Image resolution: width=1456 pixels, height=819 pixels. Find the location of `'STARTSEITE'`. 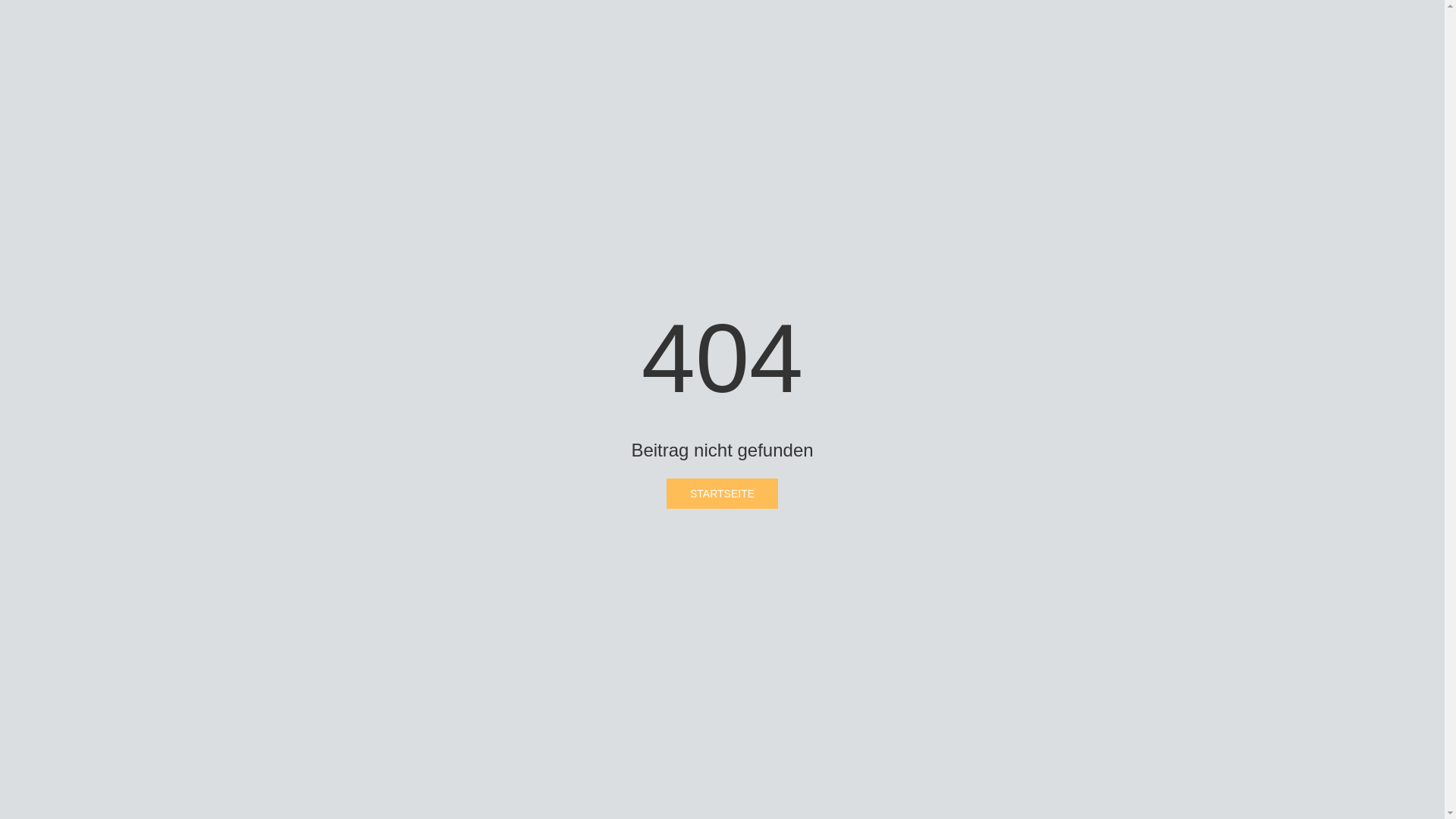

'STARTSEITE' is located at coordinates (721, 494).